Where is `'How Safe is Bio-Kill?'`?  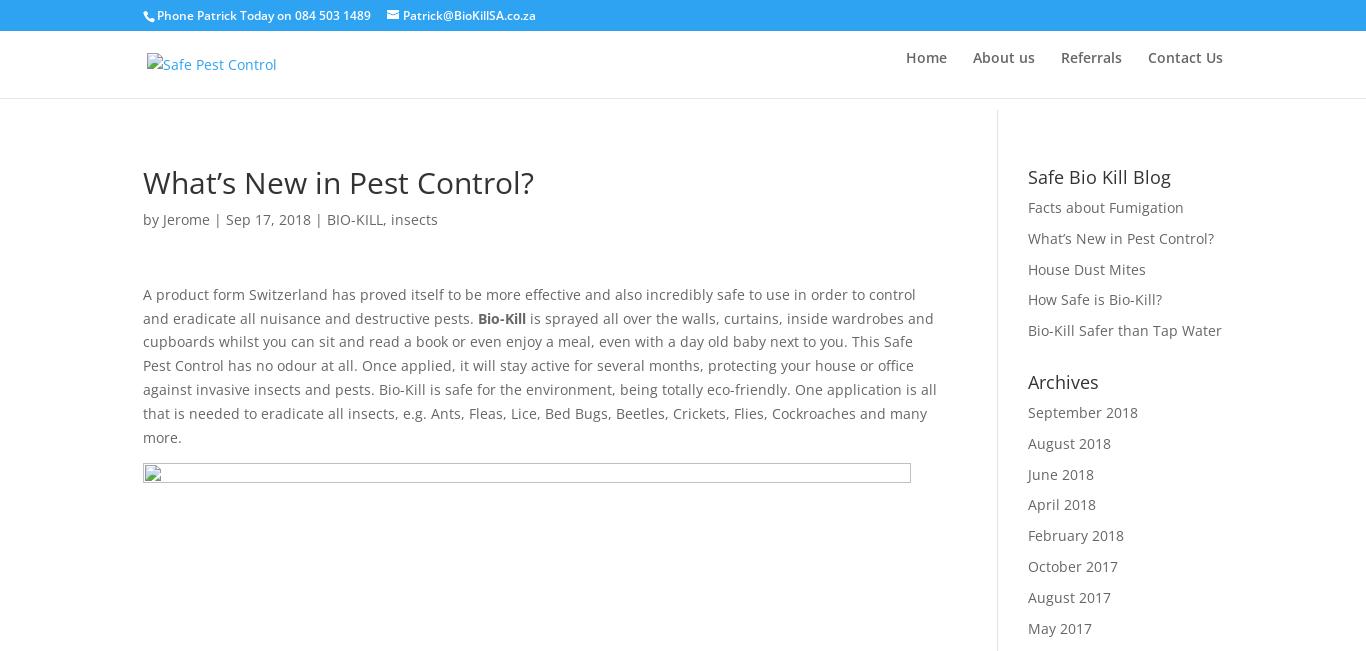
'How Safe is Bio-Kill?' is located at coordinates (1093, 298).